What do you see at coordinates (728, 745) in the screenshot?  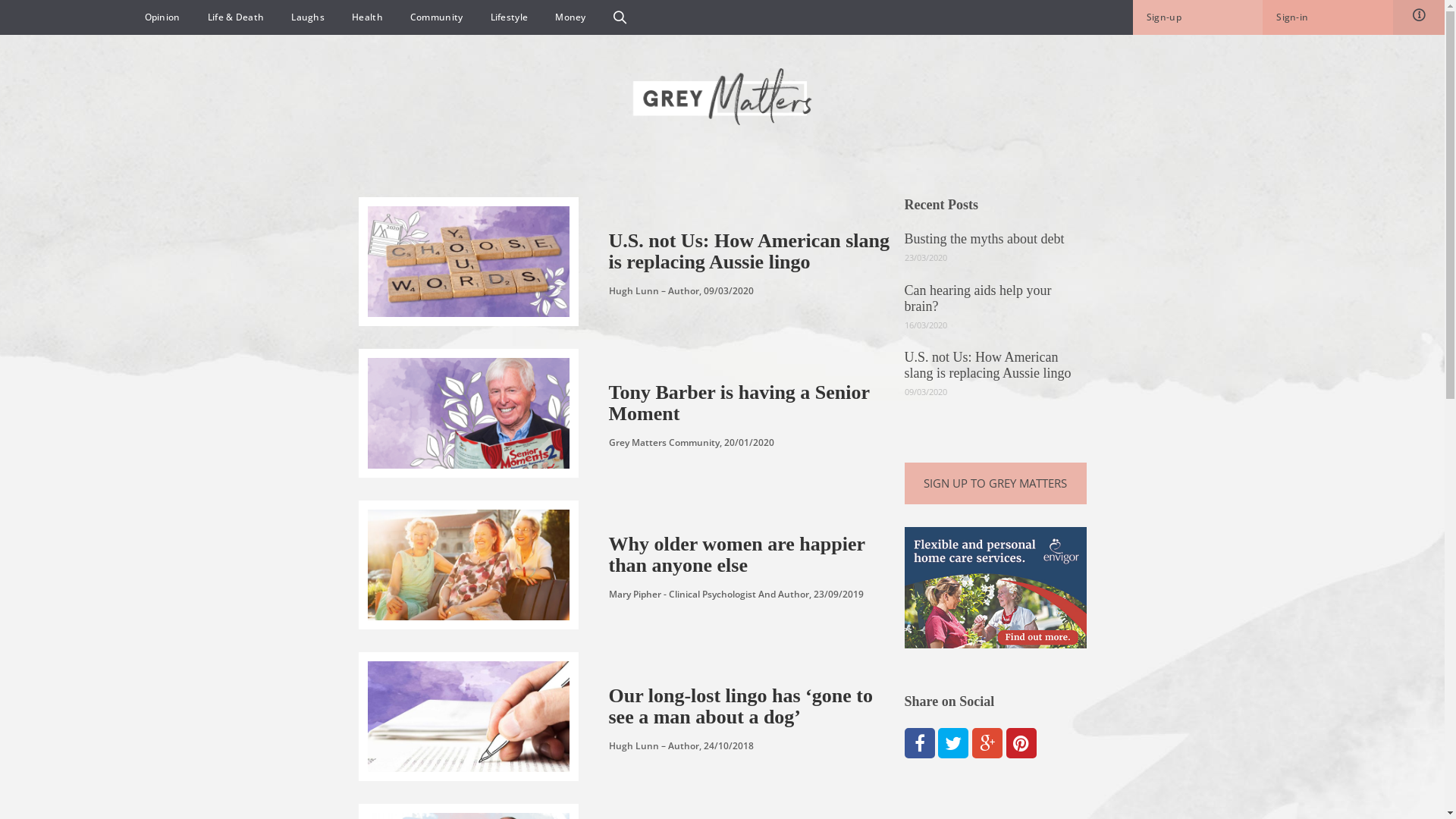 I see `'24/10/2018'` at bounding box center [728, 745].